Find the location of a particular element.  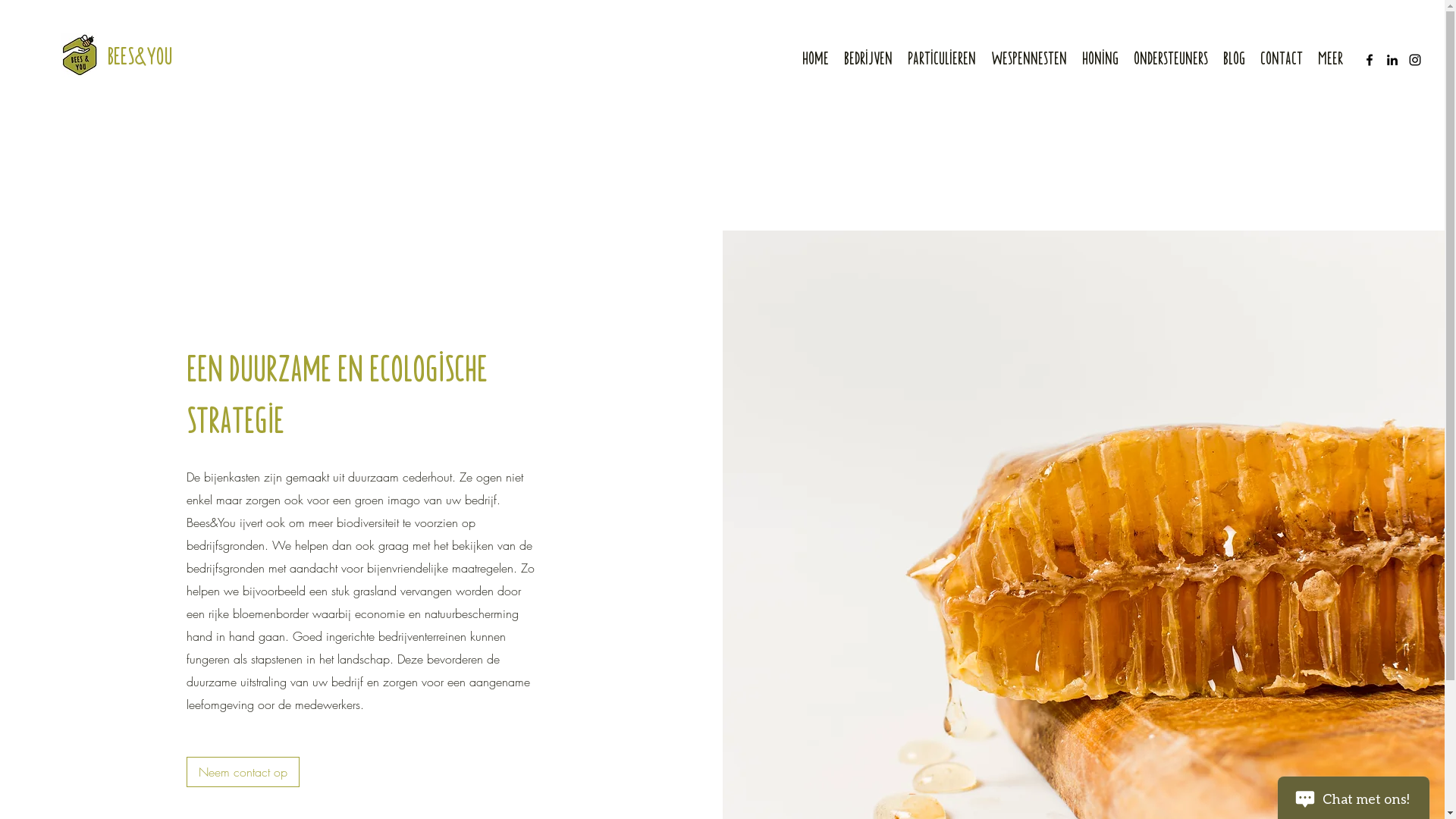

'Wespennesten' is located at coordinates (1029, 56).